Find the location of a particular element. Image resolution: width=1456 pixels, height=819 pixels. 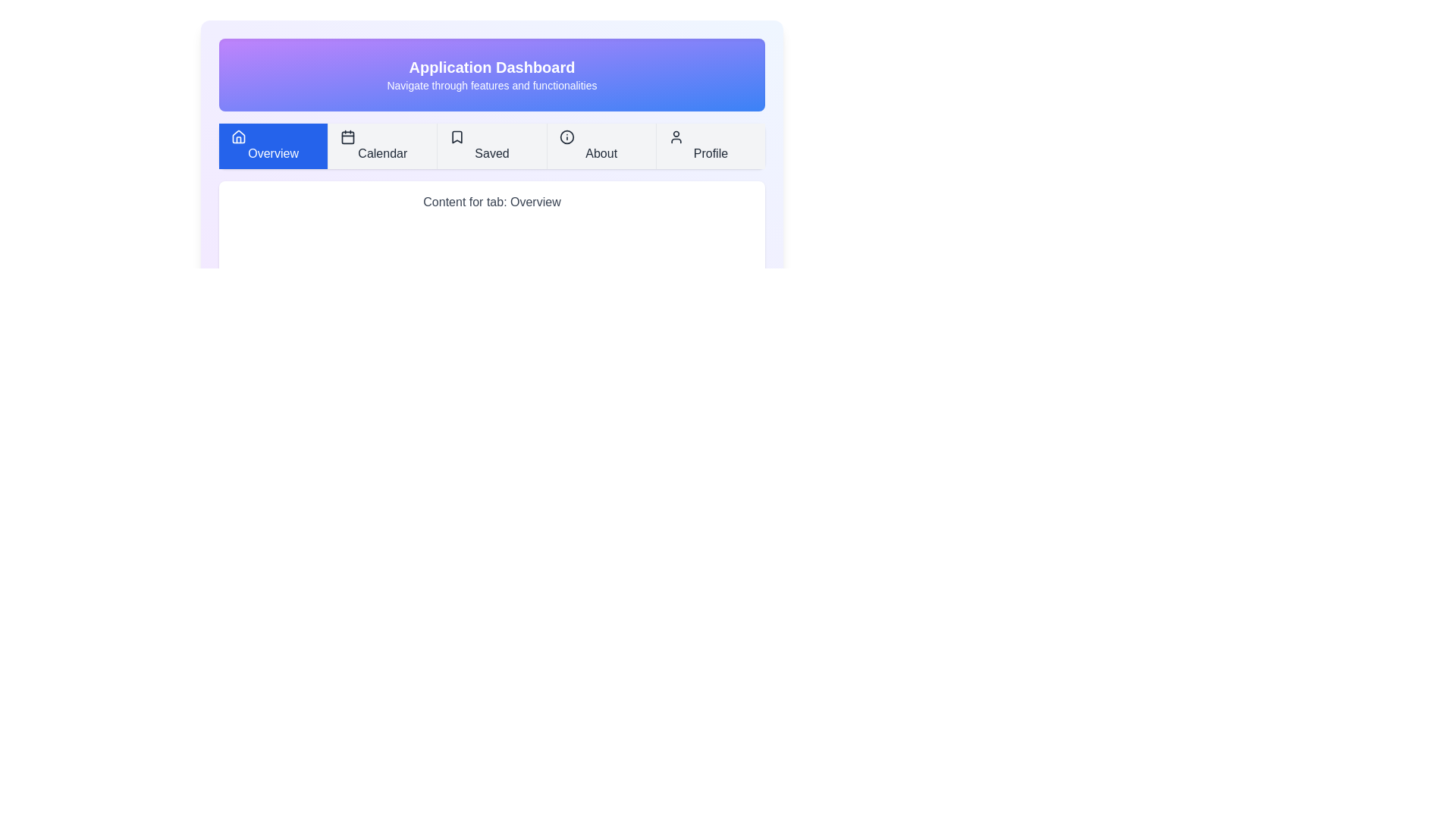

the small outline icon of a house in the 'Overview' tab section of the navigation bar, which is styled in white against a blue background is located at coordinates (238, 137).